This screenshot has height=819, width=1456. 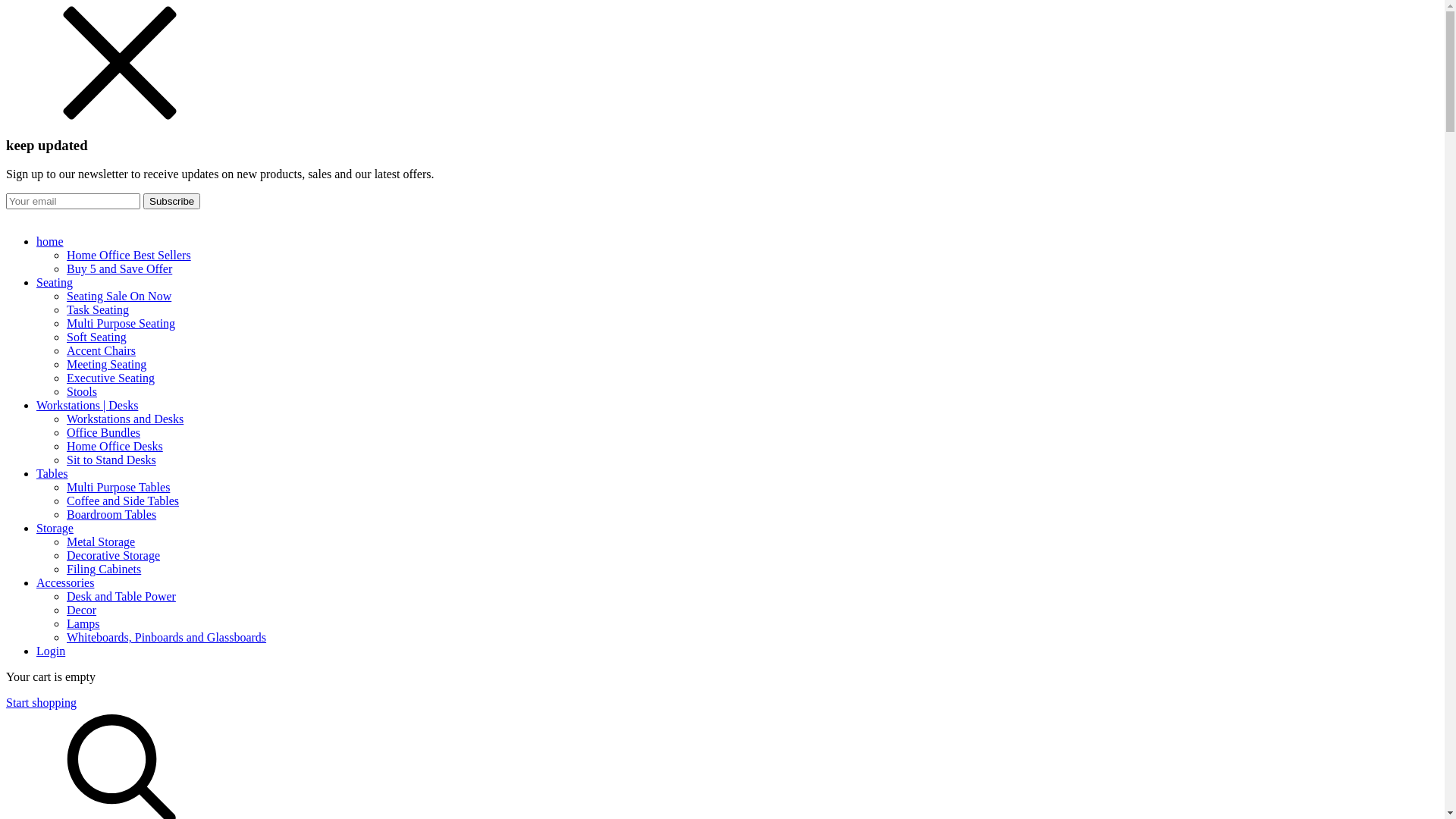 I want to click on 'Multi Purpose Tables', so click(x=118, y=487).